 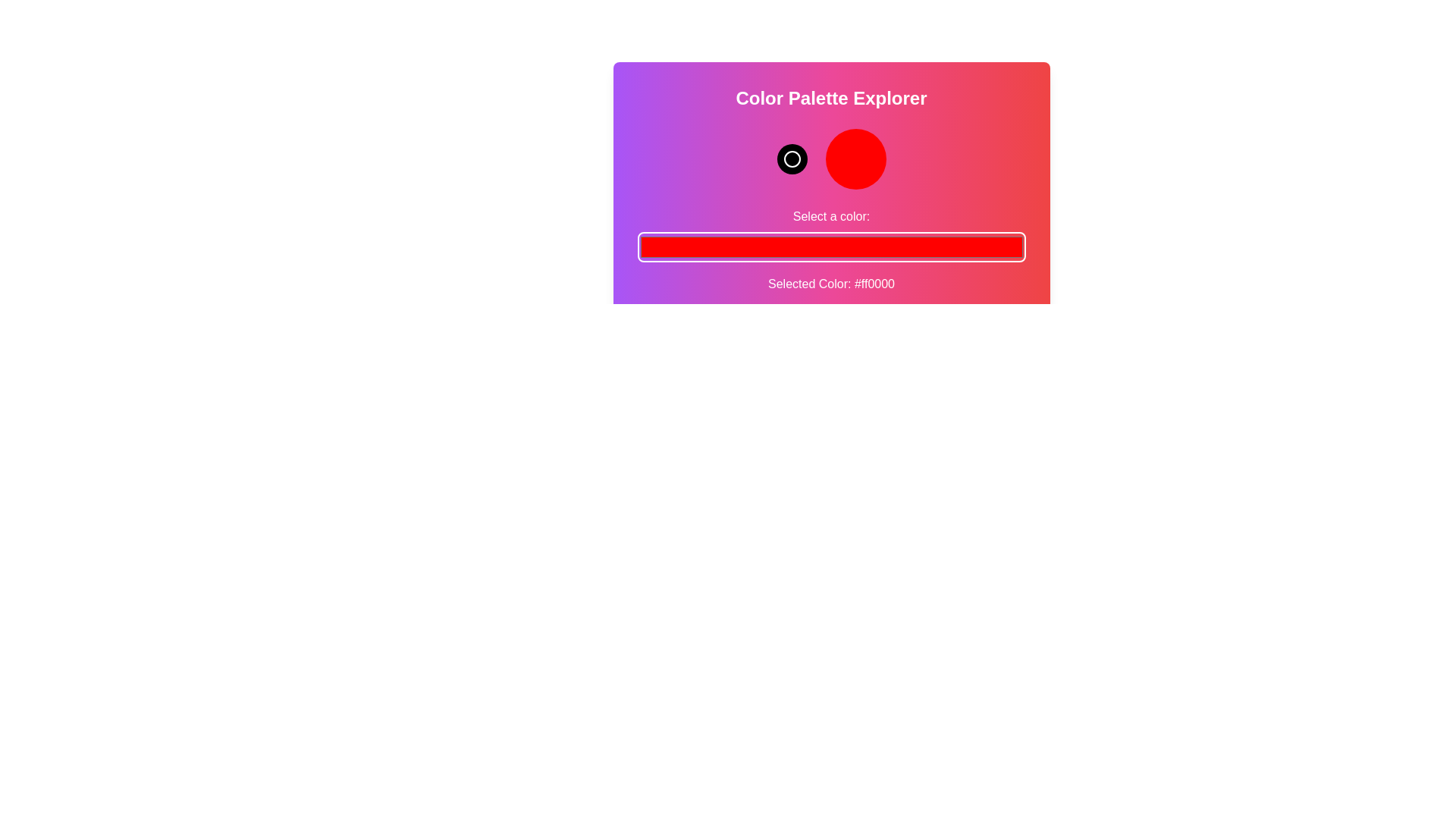 What do you see at coordinates (830, 246) in the screenshot?
I see `the color picker to a specific color value 12693493` at bounding box center [830, 246].